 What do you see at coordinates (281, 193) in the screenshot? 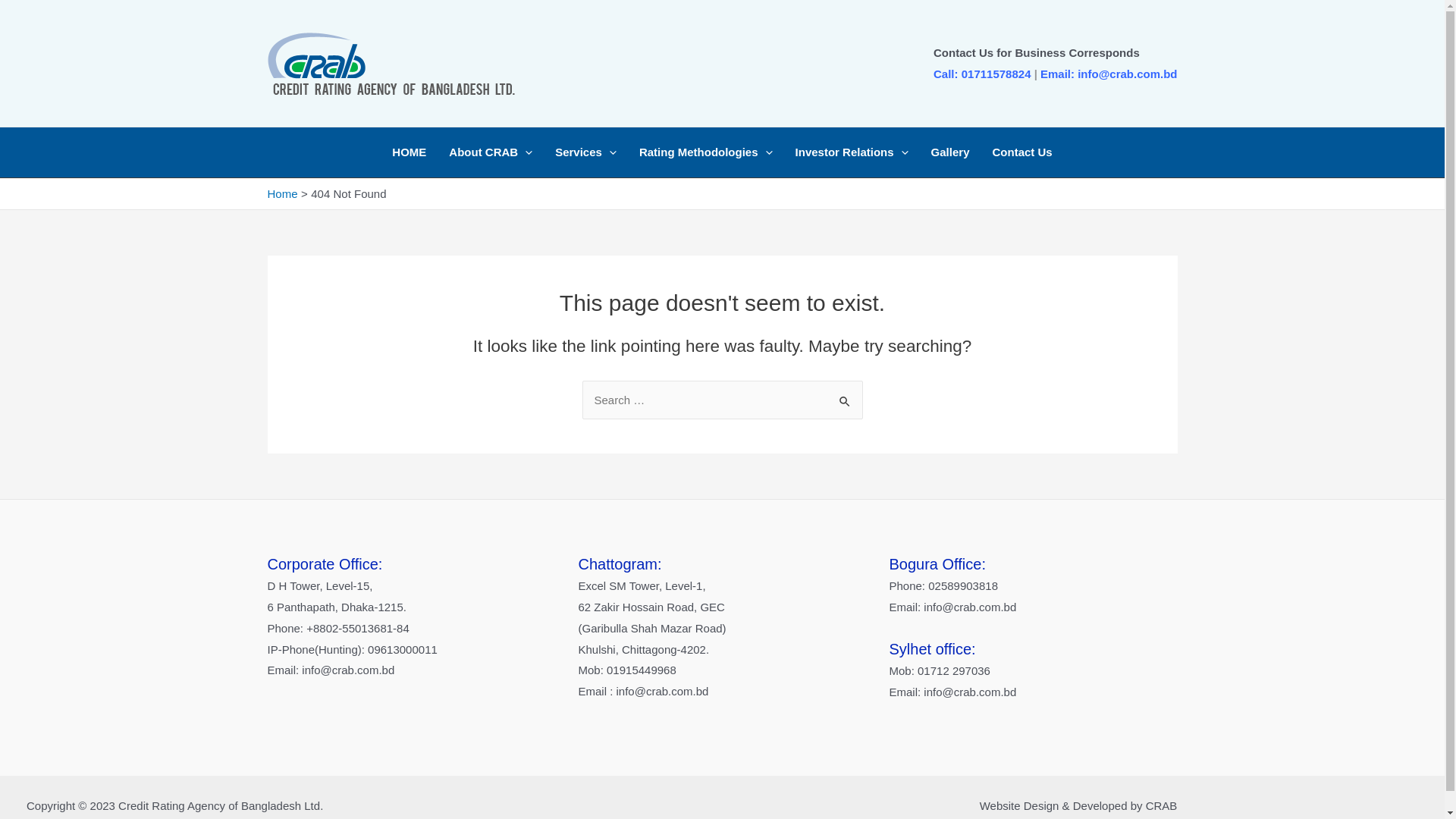
I see `'Home'` at bounding box center [281, 193].